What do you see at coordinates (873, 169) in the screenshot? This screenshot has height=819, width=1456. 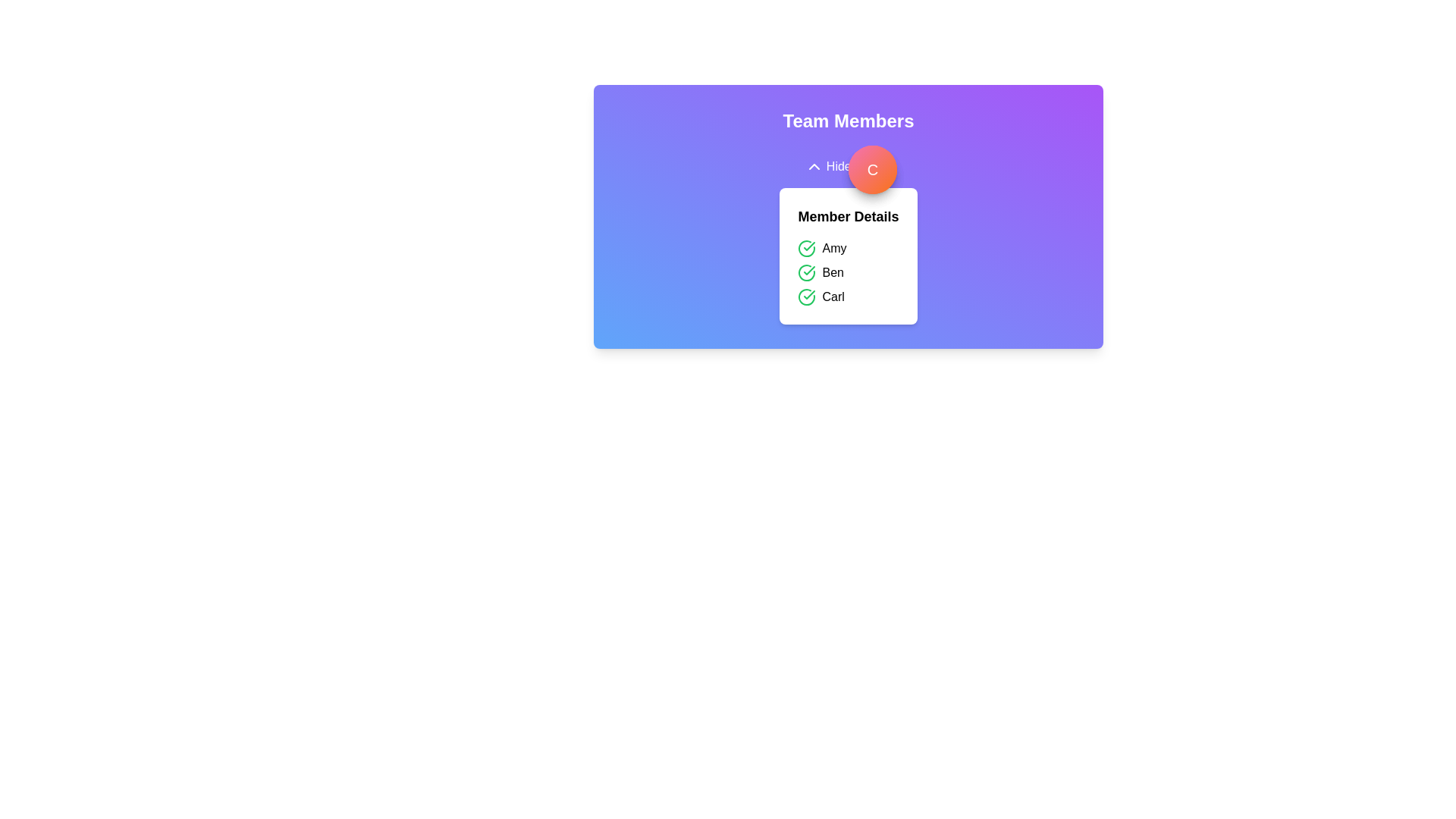 I see `the circular icon or button labeled 'C' located to the right of the 'Hide' text in the 'Team Members' section` at bounding box center [873, 169].